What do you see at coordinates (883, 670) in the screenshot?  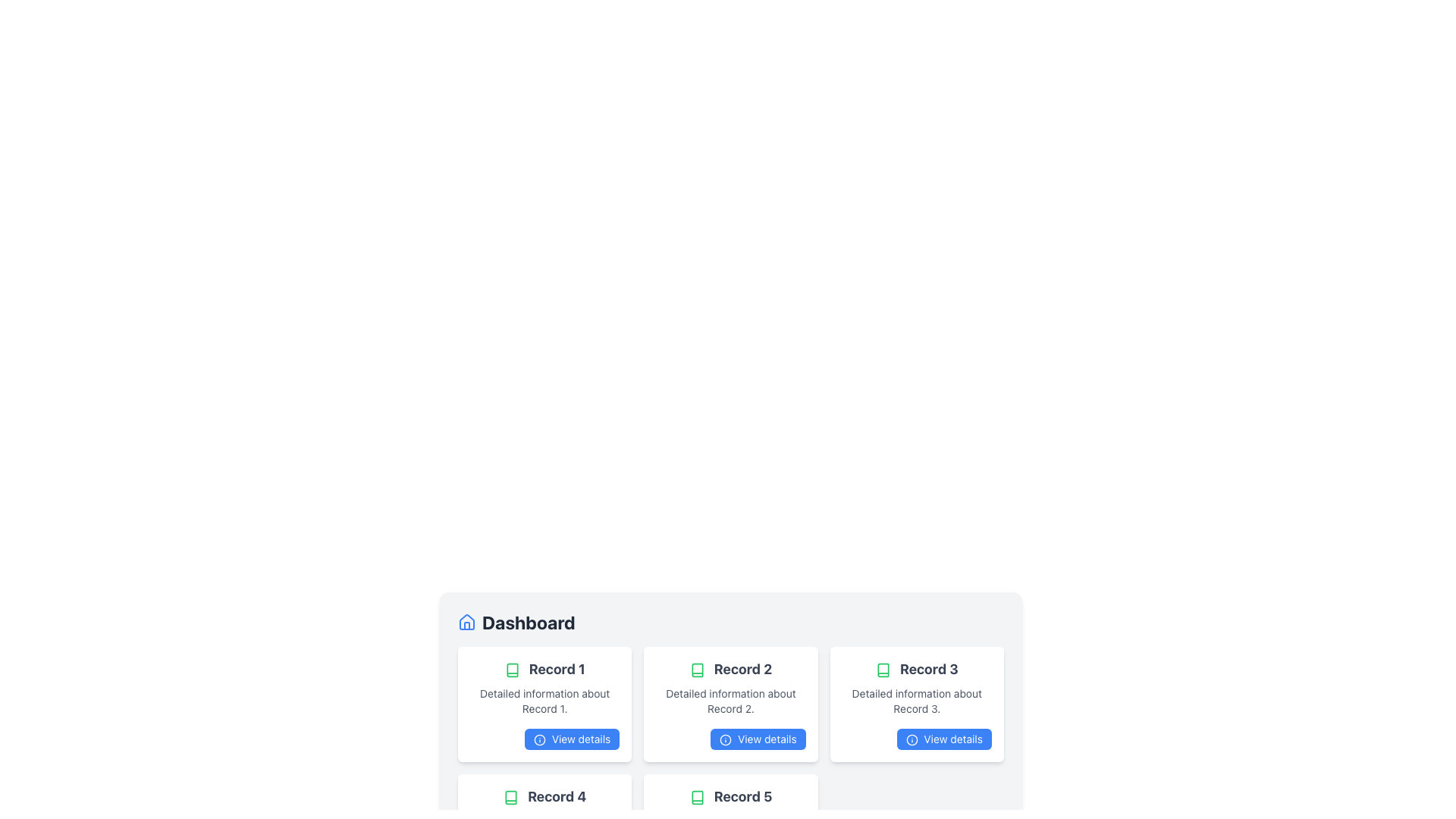 I see `the icon that visually represents the content of the 'Record 3' section, located to the left of the text 'Record 3'` at bounding box center [883, 670].